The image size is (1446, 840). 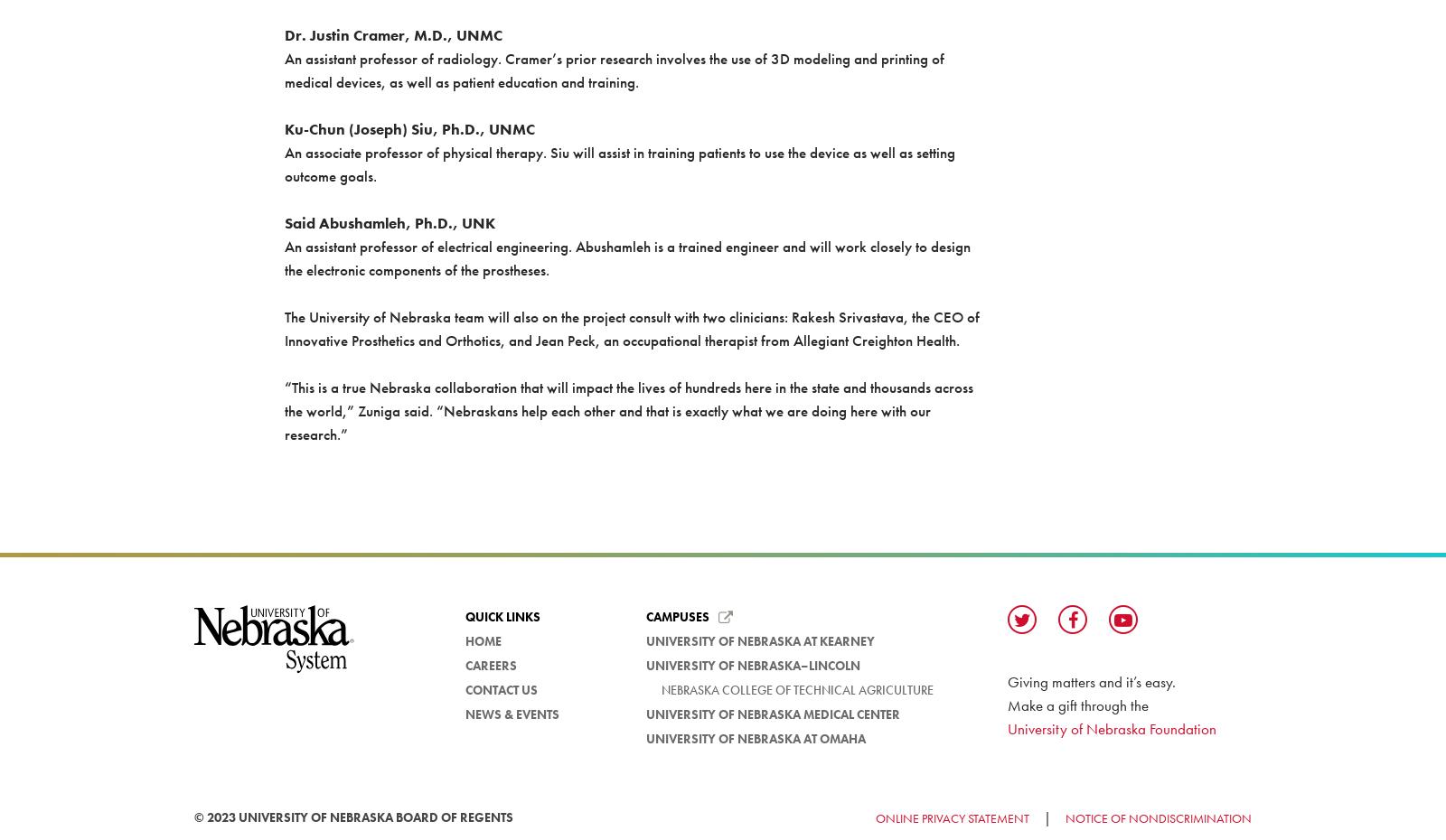 I want to click on 'University of Nebraska–Lincoln', so click(x=752, y=666).